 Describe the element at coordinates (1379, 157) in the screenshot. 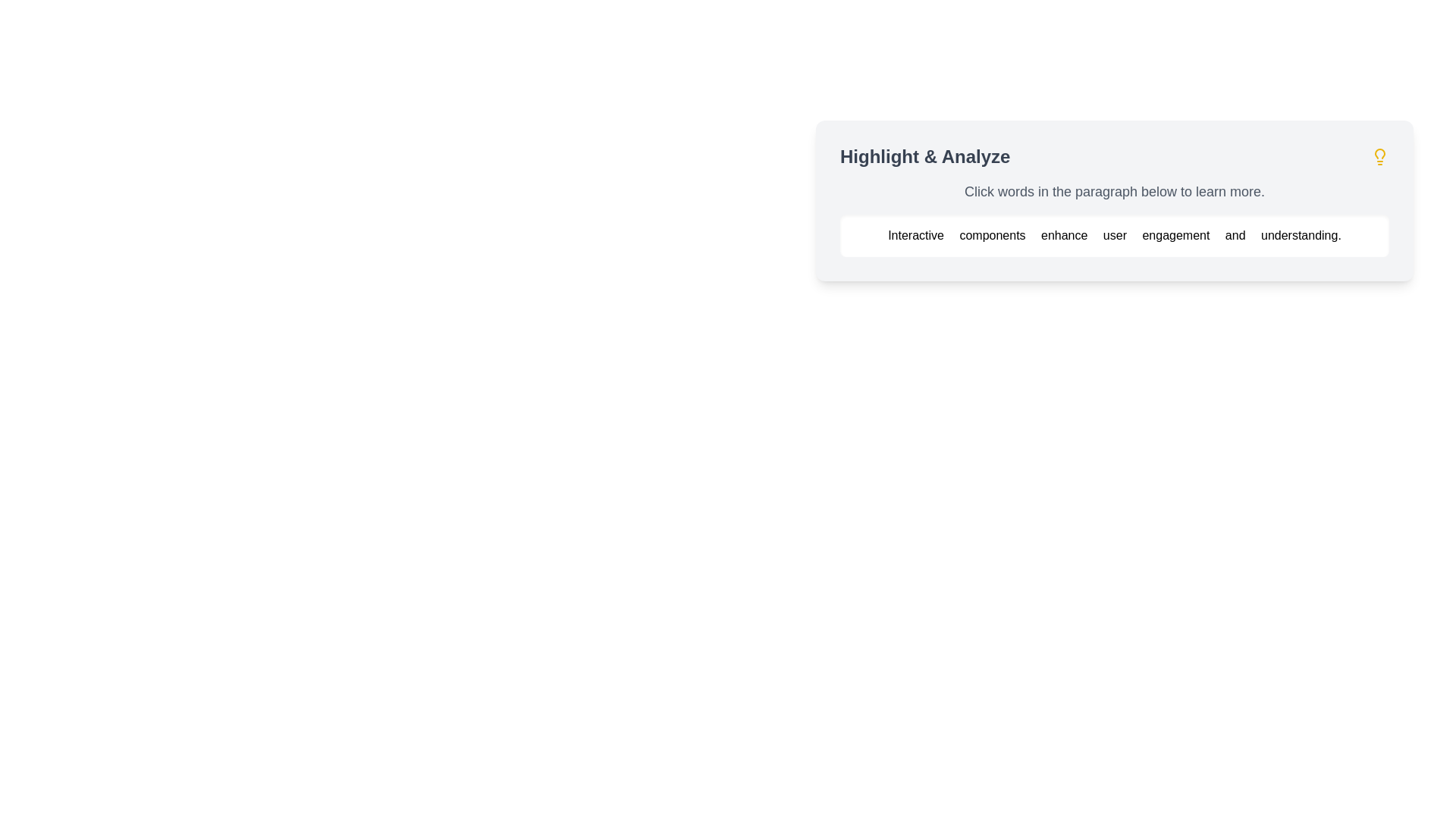

I see `the lightbulb icon in the header section labeled 'Highlight & Analyze', which symbolizes insightful information` at that location.